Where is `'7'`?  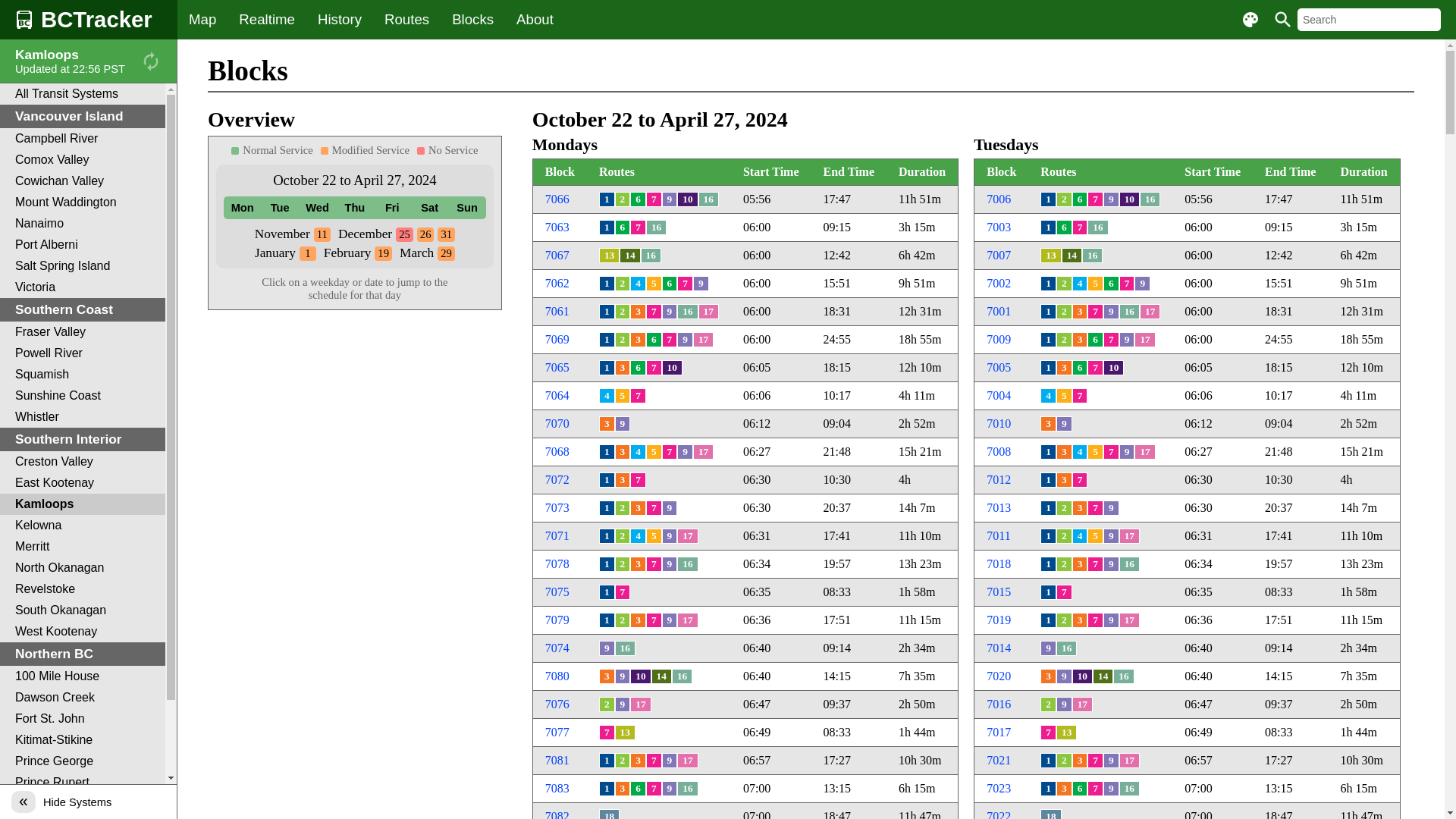 '7' is located at coordinates (1047, 731).